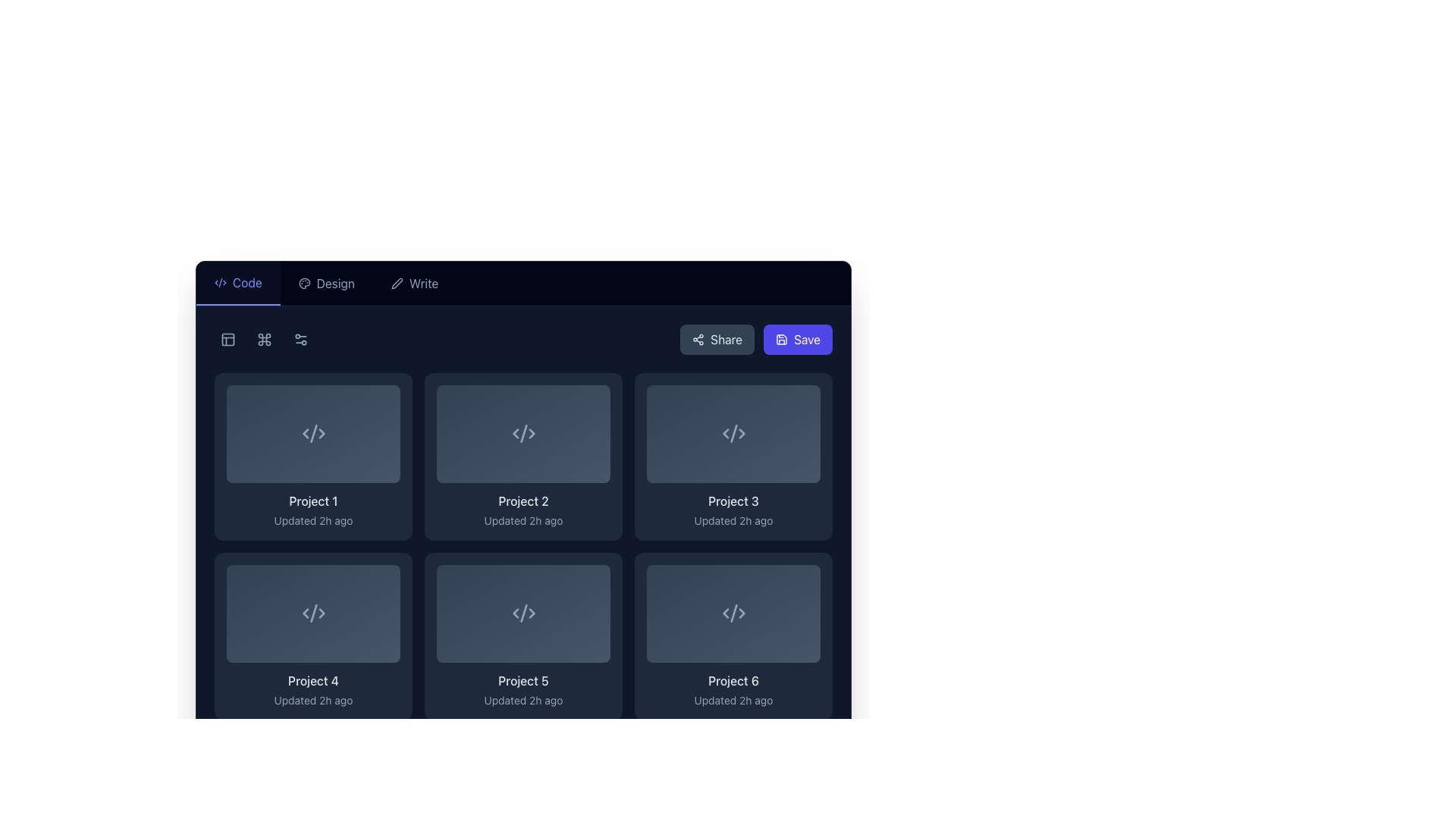 This screenshot has width=1456, height=819. Describe the element at coordinates (312, 700) in the screenshot. I see `the Text label that indicates the last update timestamp for the project, positioned below 'Project 4'` at that location.